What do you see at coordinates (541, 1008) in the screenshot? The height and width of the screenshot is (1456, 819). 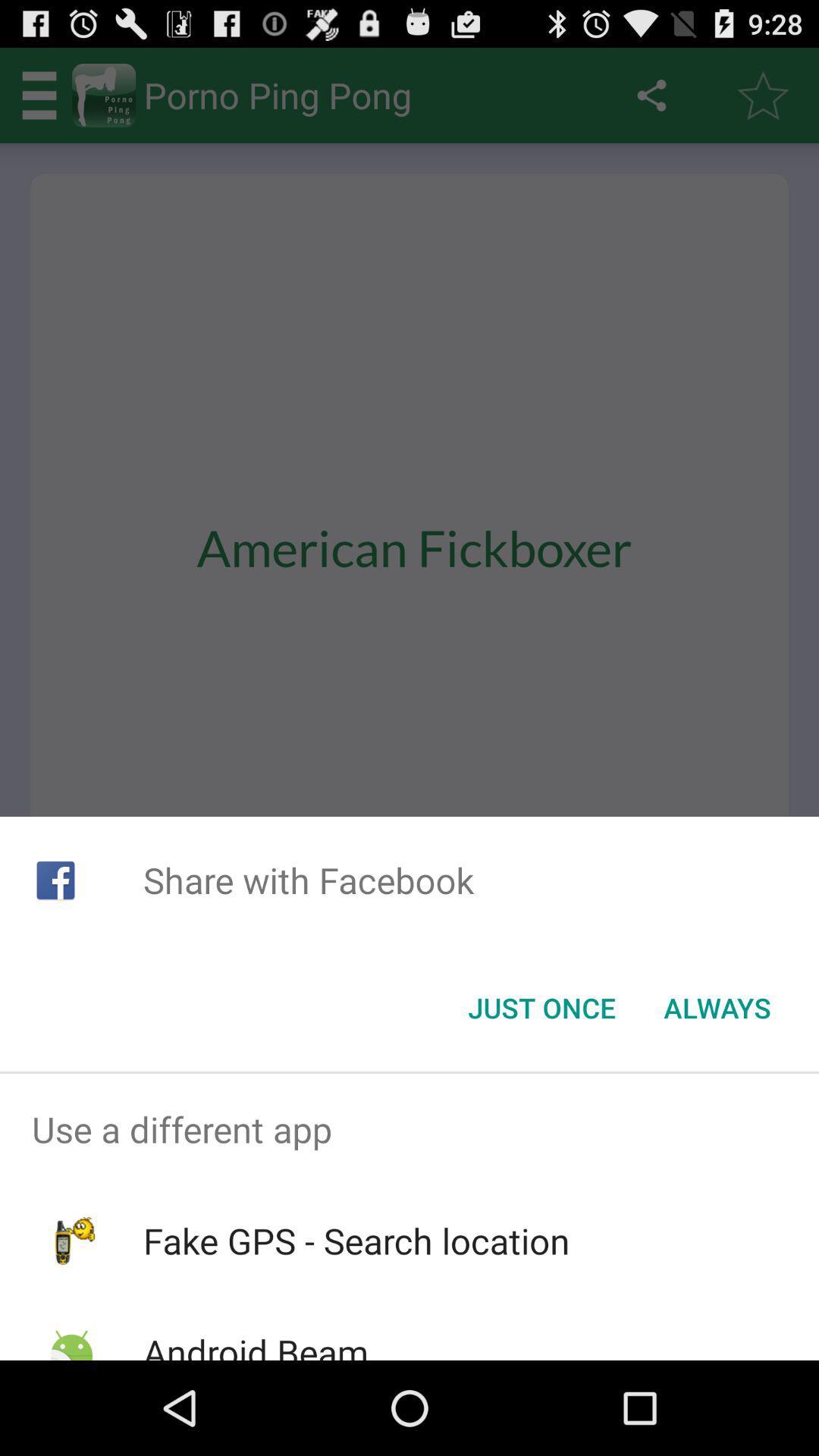 I see `the just once item` at bounding box center [541, 1008].